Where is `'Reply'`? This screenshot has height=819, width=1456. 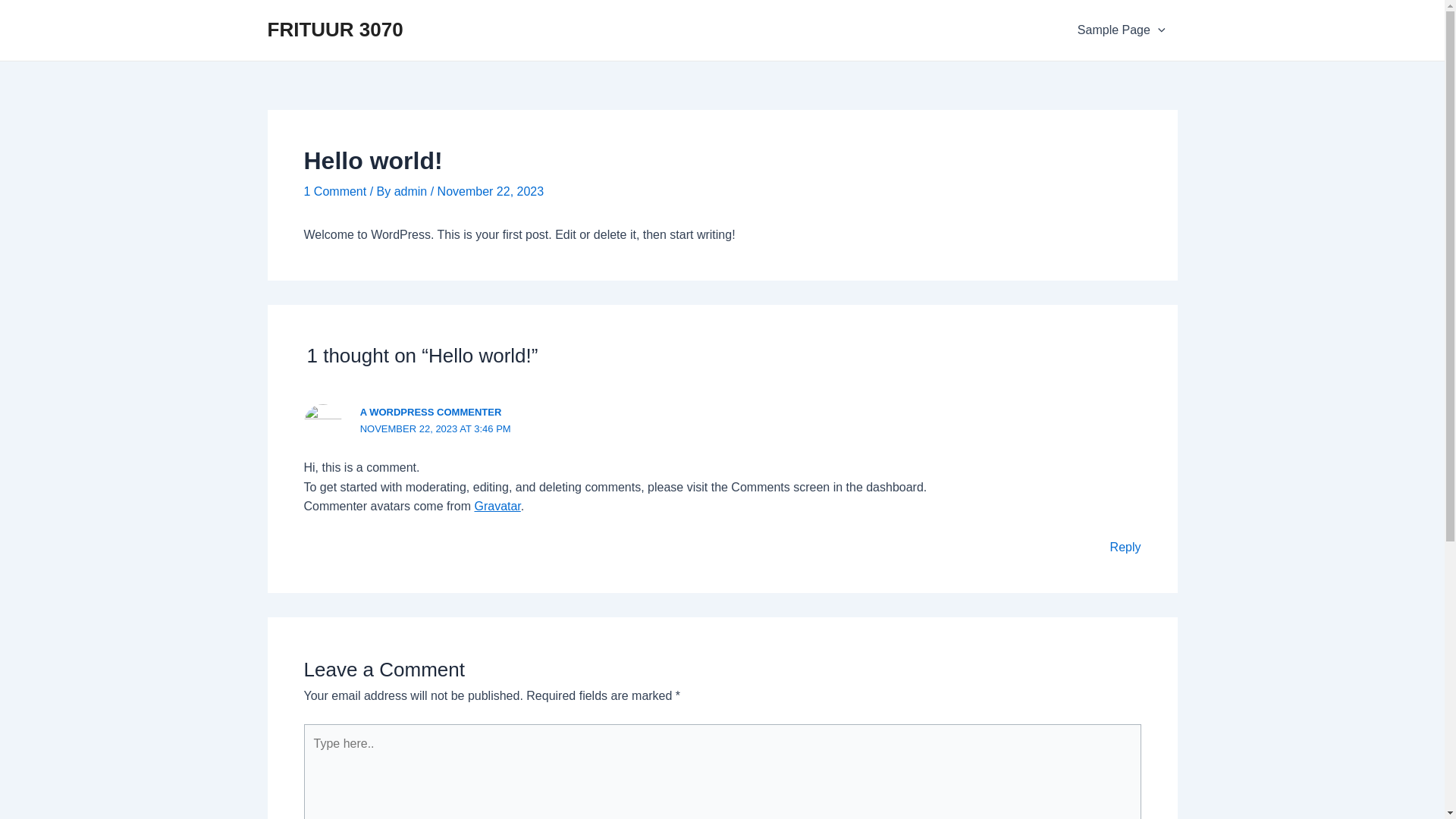 'Reply' is located at coordinates (1125, 547).